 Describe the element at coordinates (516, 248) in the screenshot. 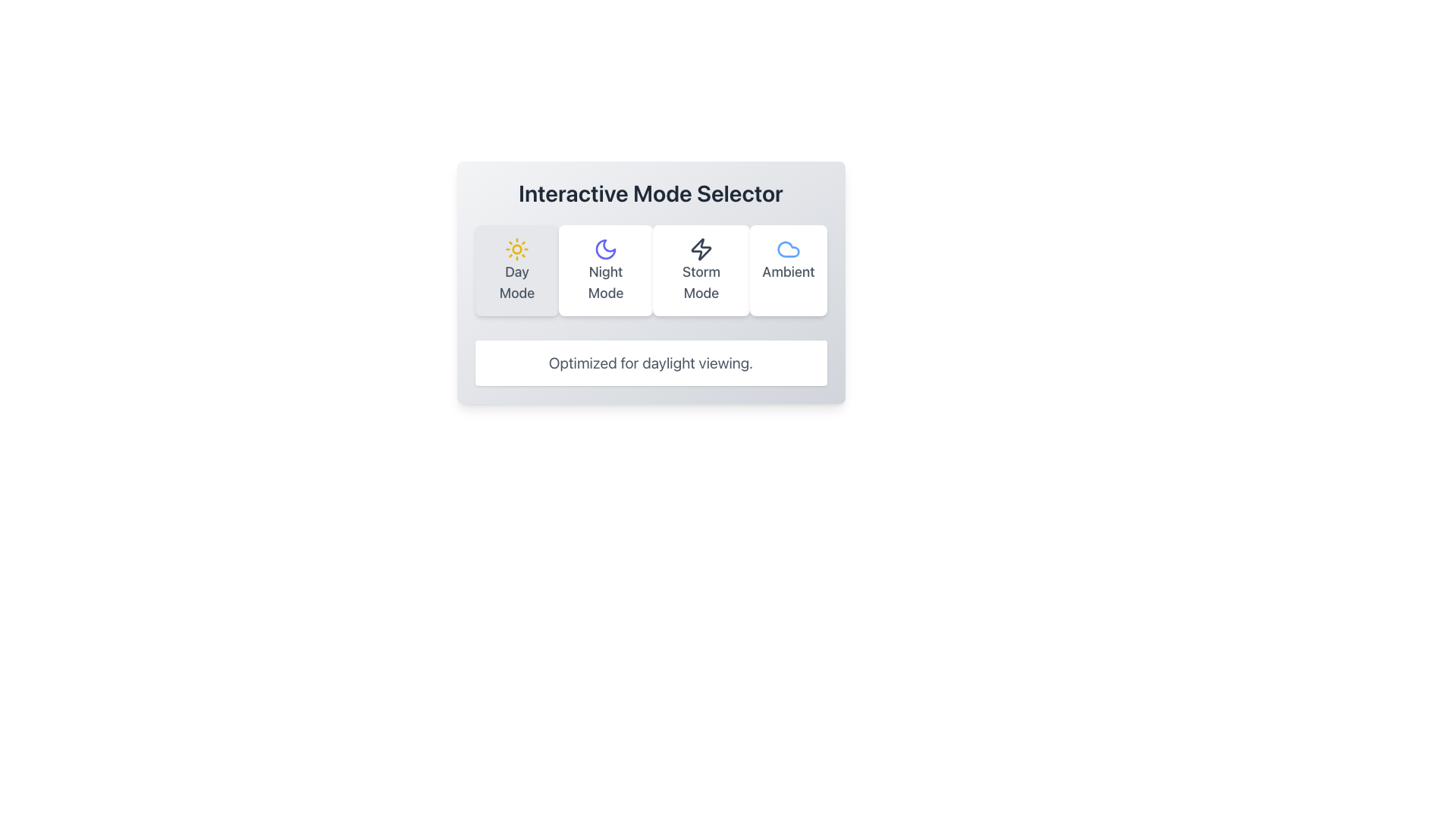

I see `the bright yellow sun icon located within the 'Day Mode' card of the 'Interactive Mode Selector'` at that location.